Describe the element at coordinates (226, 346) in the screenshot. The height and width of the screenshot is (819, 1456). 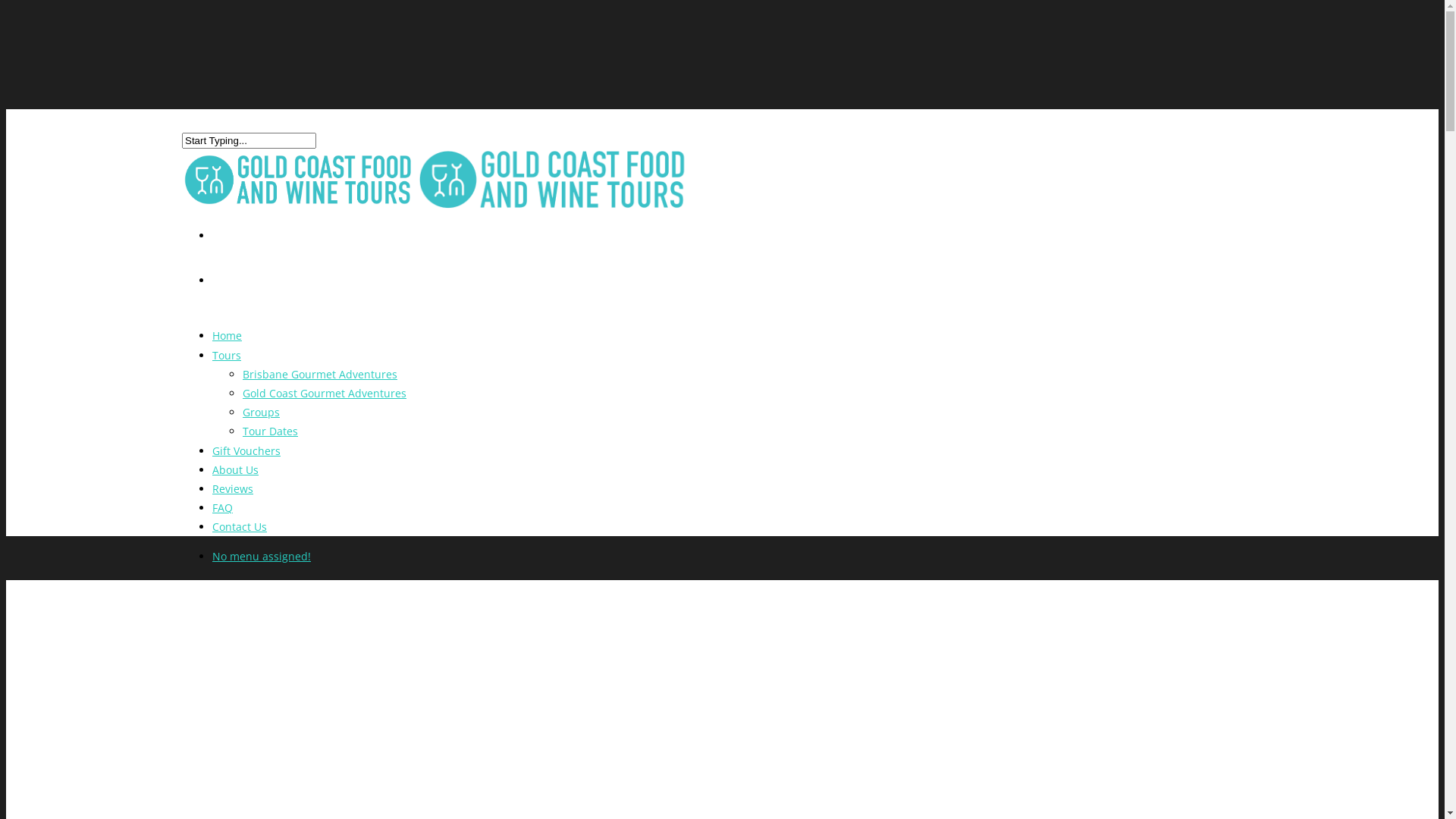
I see `'Home'` at that location.